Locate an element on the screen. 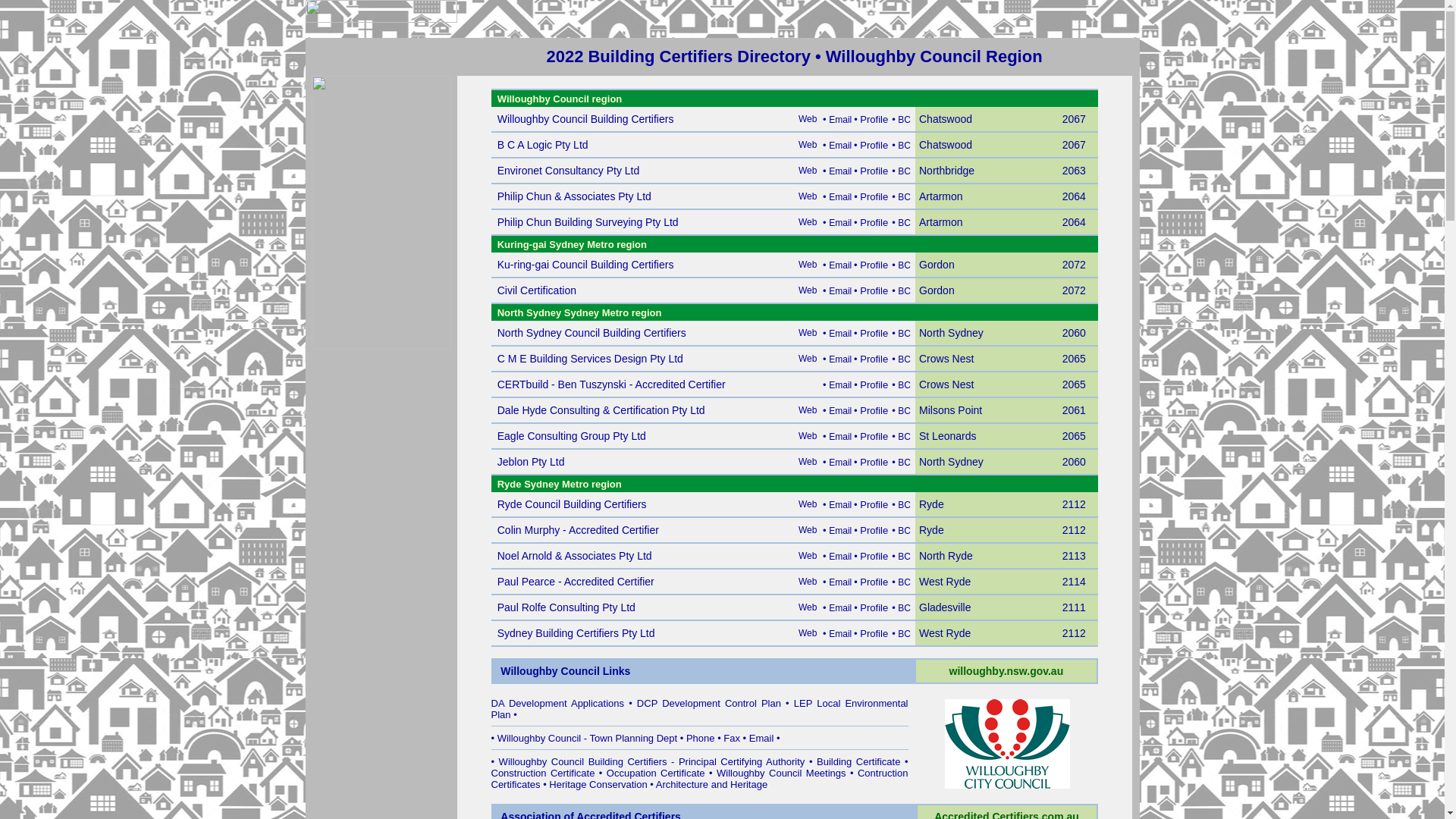  'Kuring-gai Sydney Metro region' is located at coordinates (497, 243).